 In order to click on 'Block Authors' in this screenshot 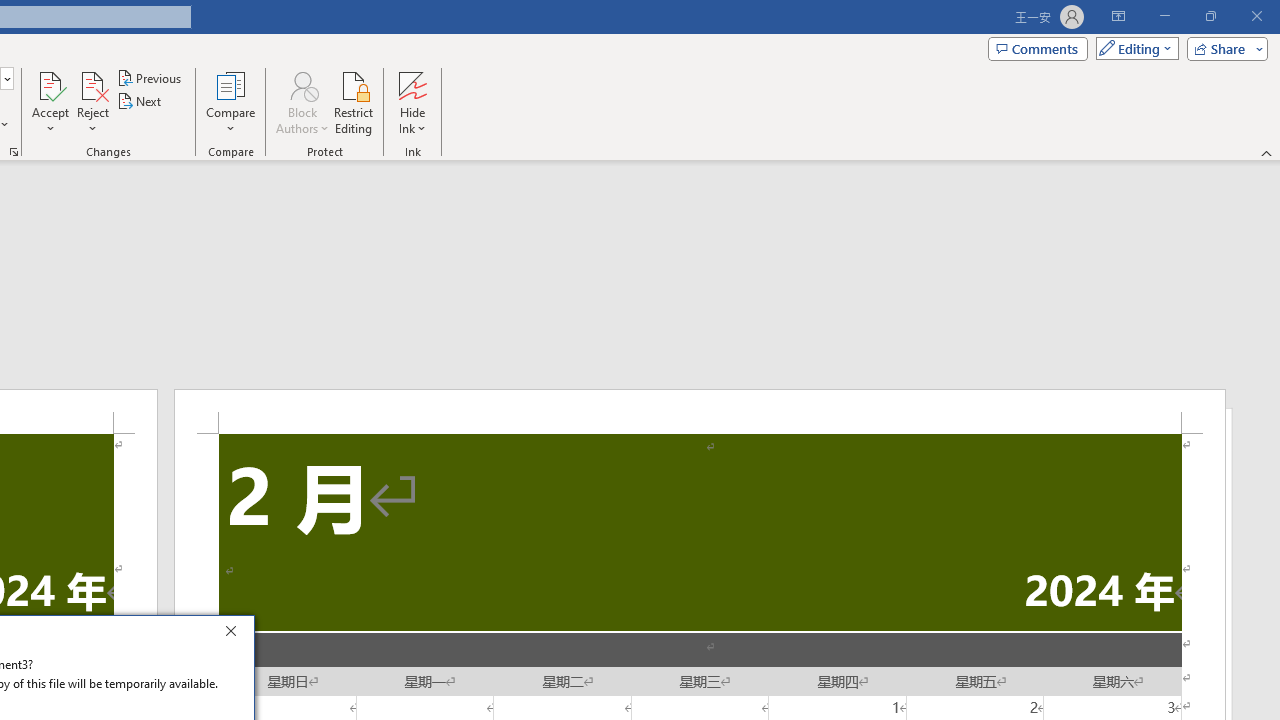, I will do `click(301, 84)`.